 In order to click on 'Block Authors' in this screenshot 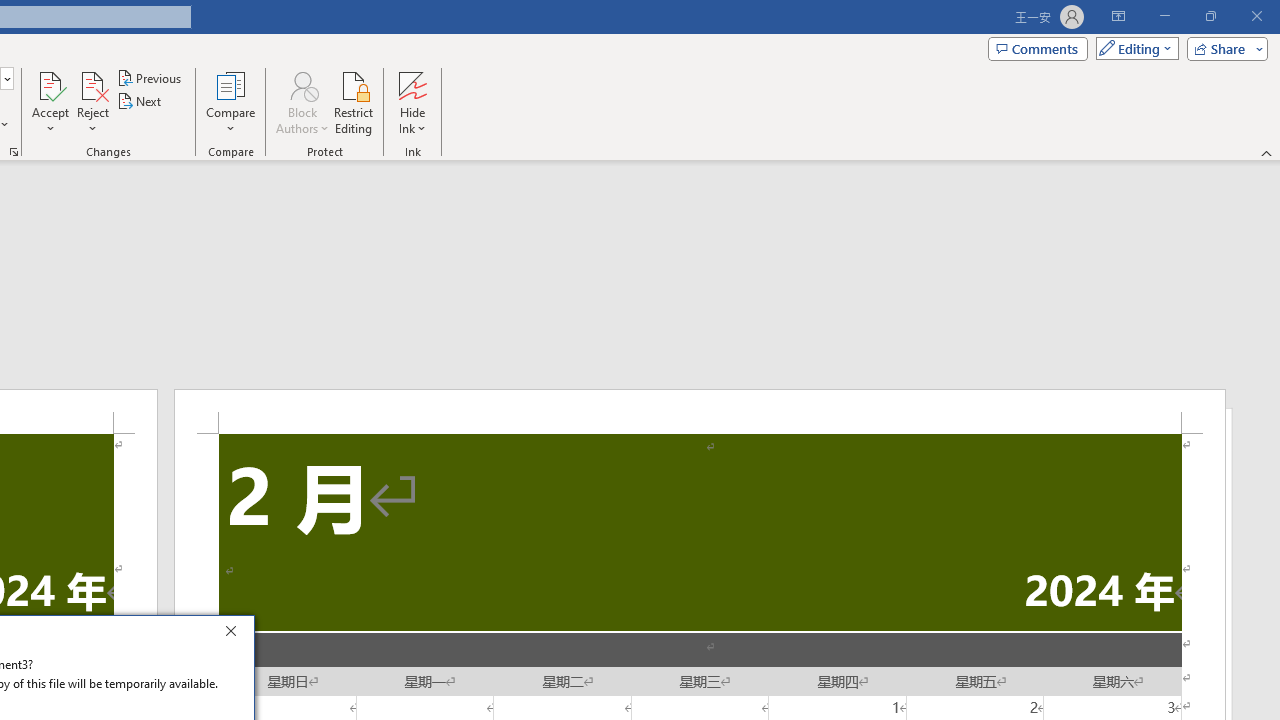, I will do `click(301, 84)`.